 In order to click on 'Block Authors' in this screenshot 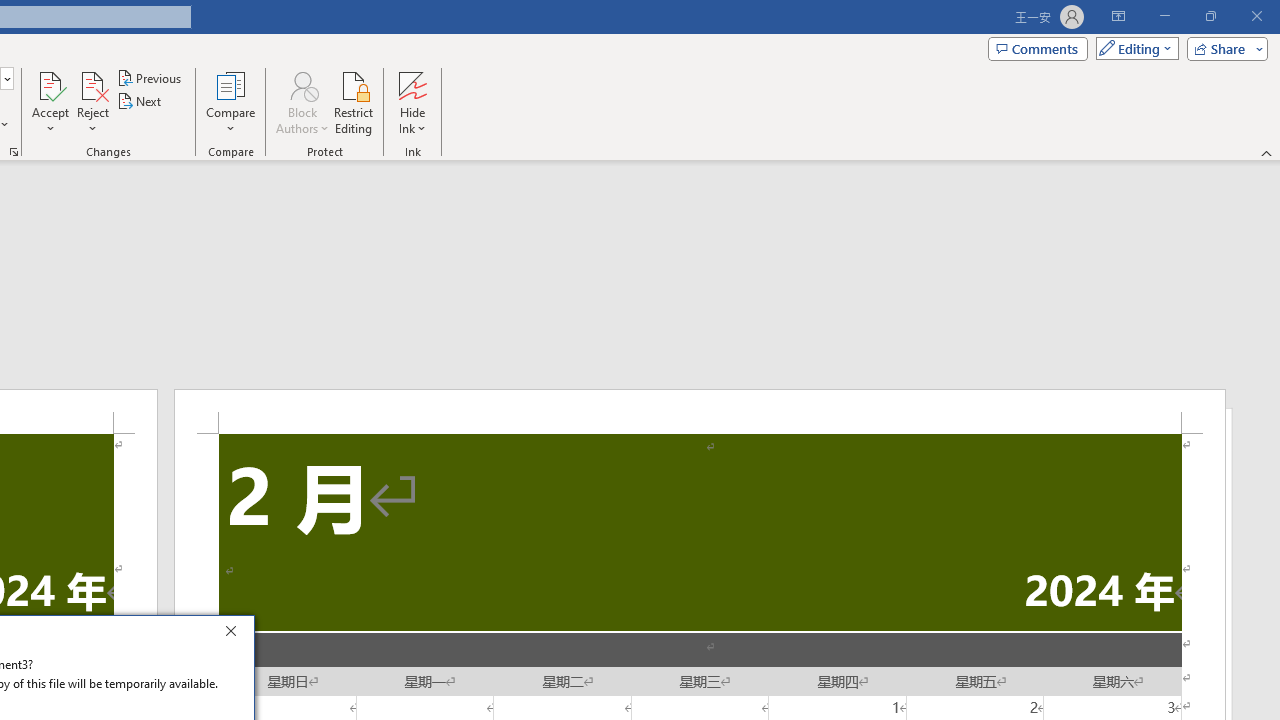, I will do `click(301, 84)`.